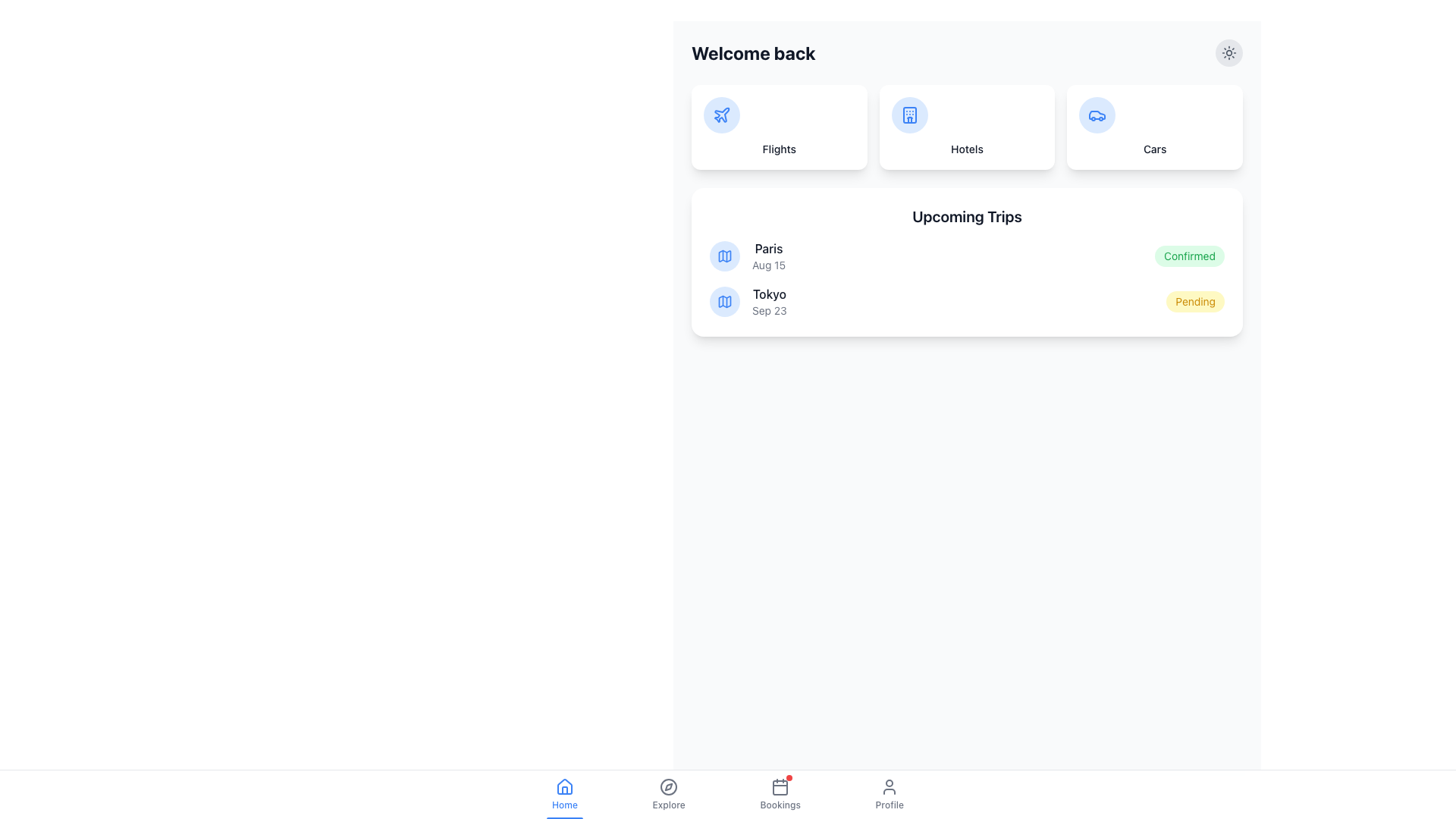 Image resolution: width=1456 pixels, height=819 pixels. Describe the element at coordinates (723, 301) in the screenshot. I see `the circular blue icon with a map symbol located in the second entry of the 'Upcoming Trips' list, positioned to the left of the text 'Tokyo' and 'Sep 23'` at that location.